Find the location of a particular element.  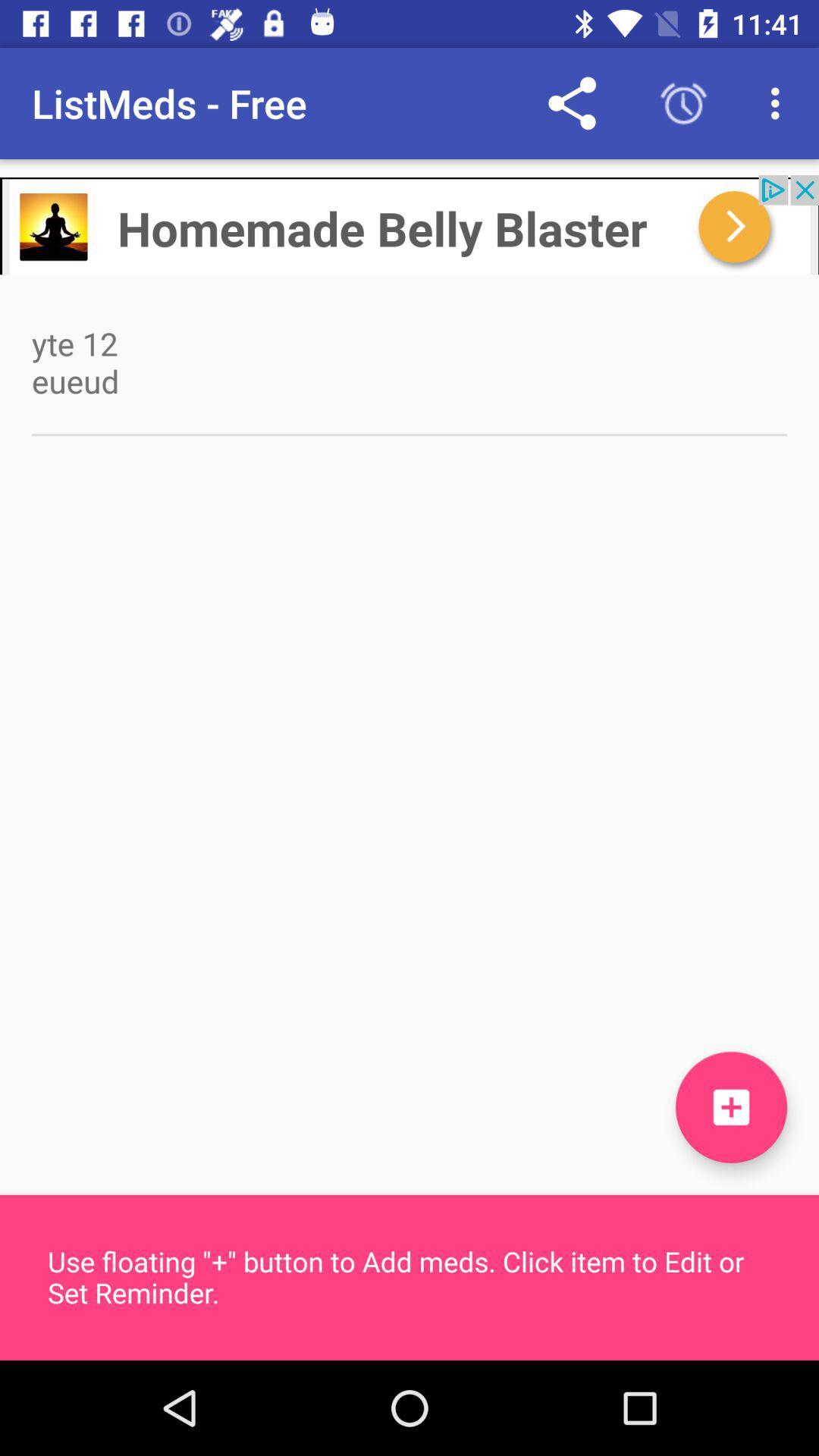

the add icon is located at coordinates (730, 1107).